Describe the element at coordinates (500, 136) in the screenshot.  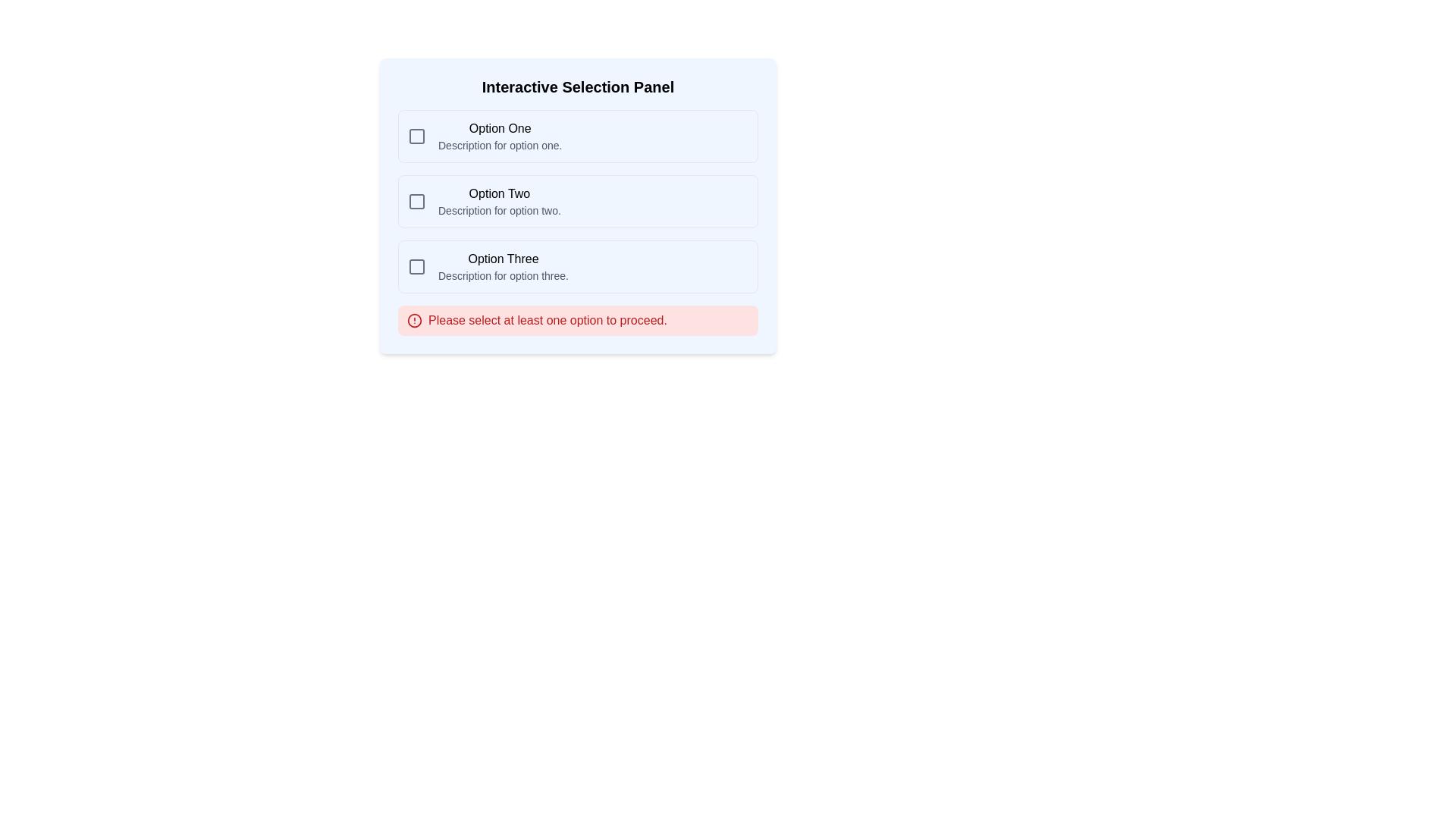
I see `the first option in the selection panel that provides a title and description, located to the right of a checkbox` at that location.